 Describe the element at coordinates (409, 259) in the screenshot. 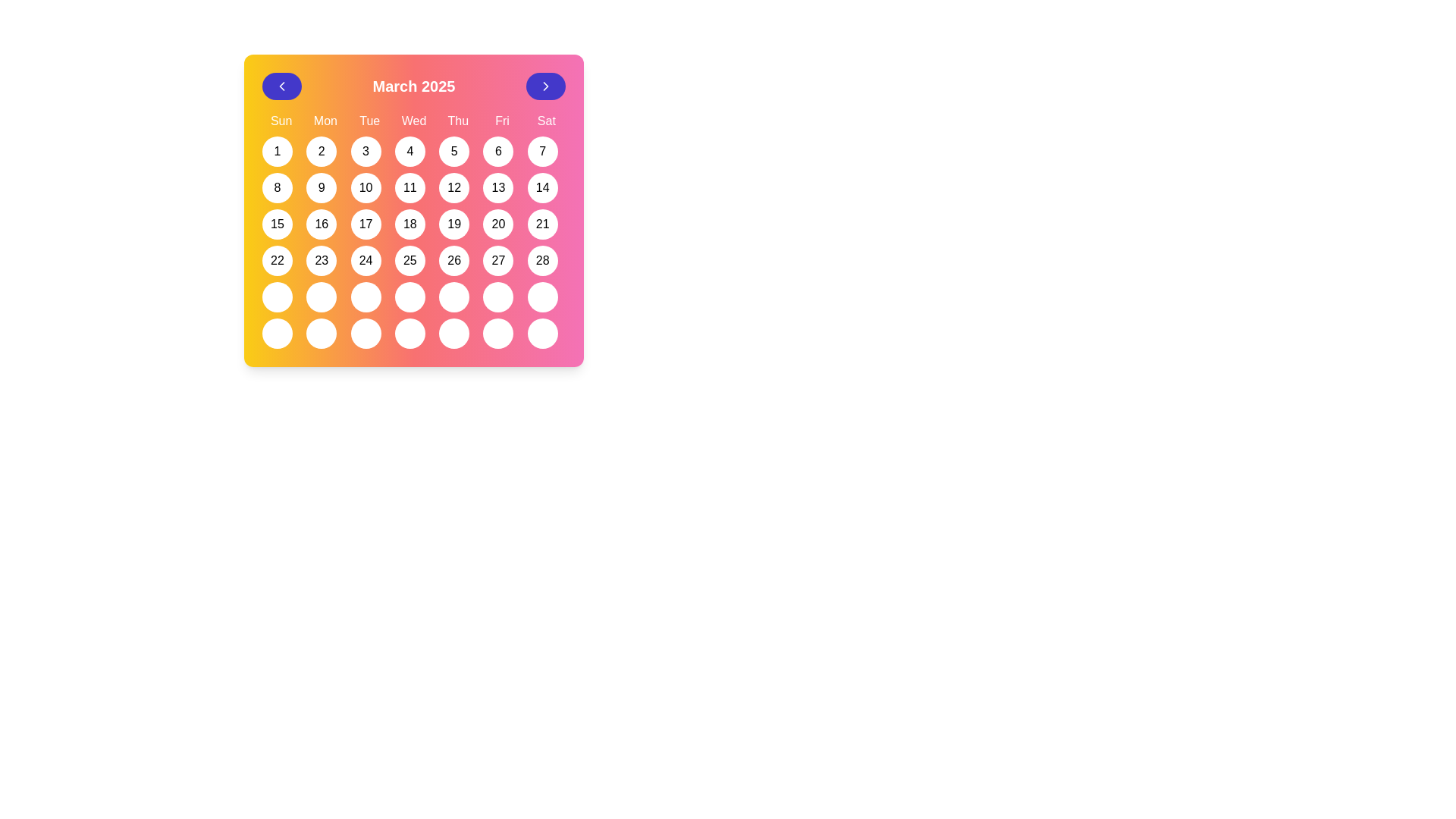

I see `the date selection button located in the sixth column of the fourth row of the calendar grid` at that location.